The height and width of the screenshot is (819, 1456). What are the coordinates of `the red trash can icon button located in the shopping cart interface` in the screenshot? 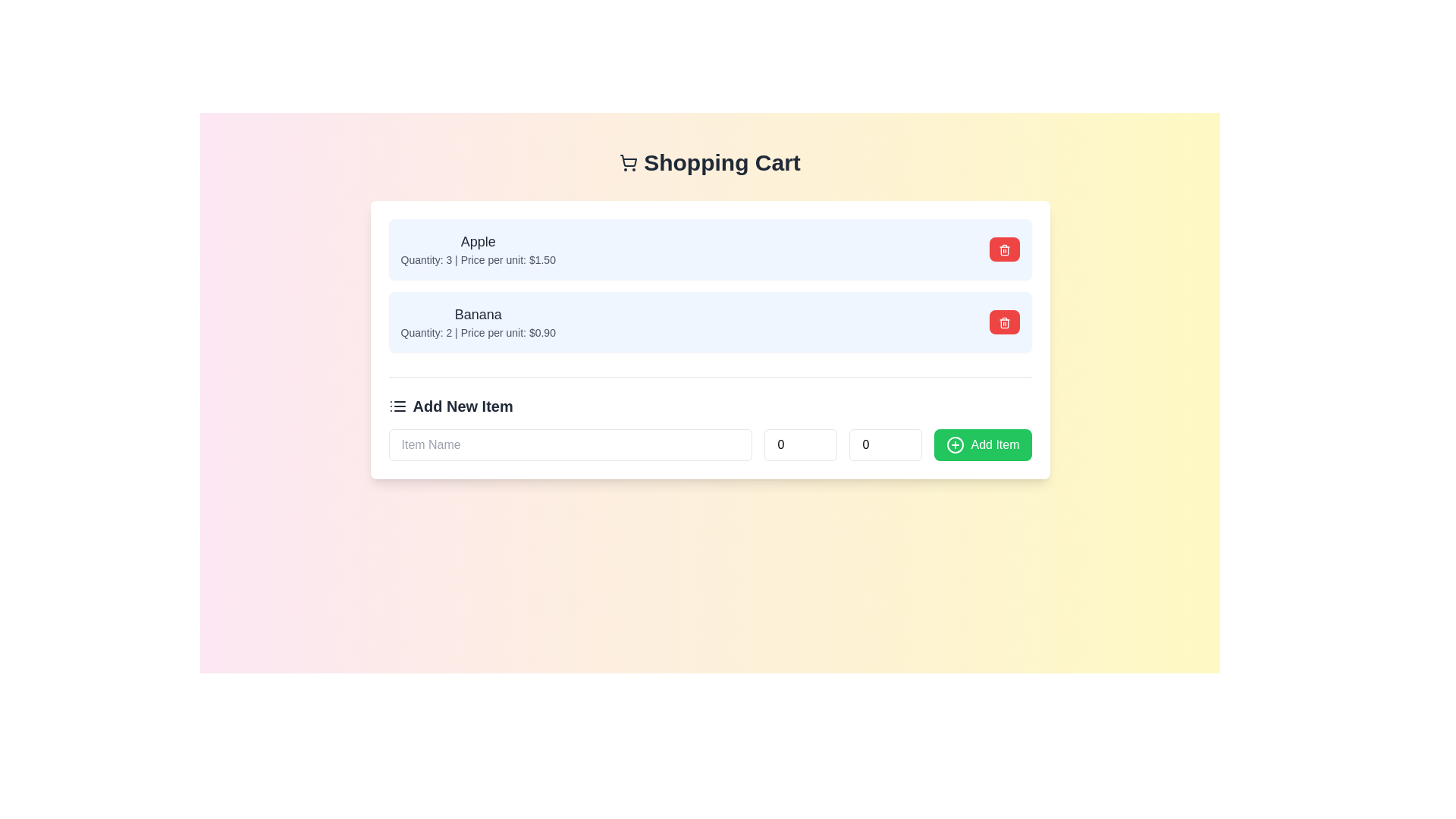 It's located at (1004, 249).